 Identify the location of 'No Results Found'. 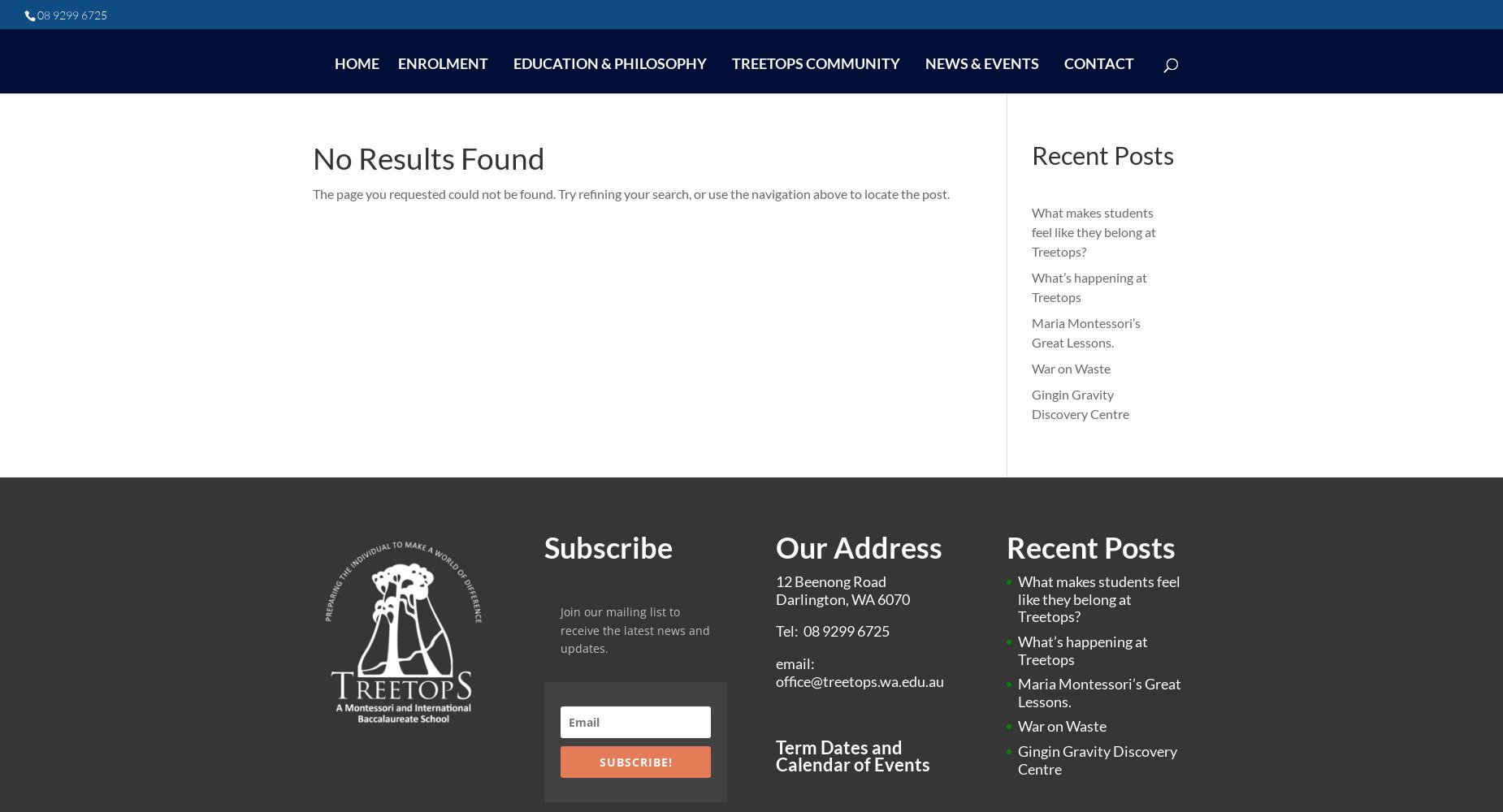
(311, 157).